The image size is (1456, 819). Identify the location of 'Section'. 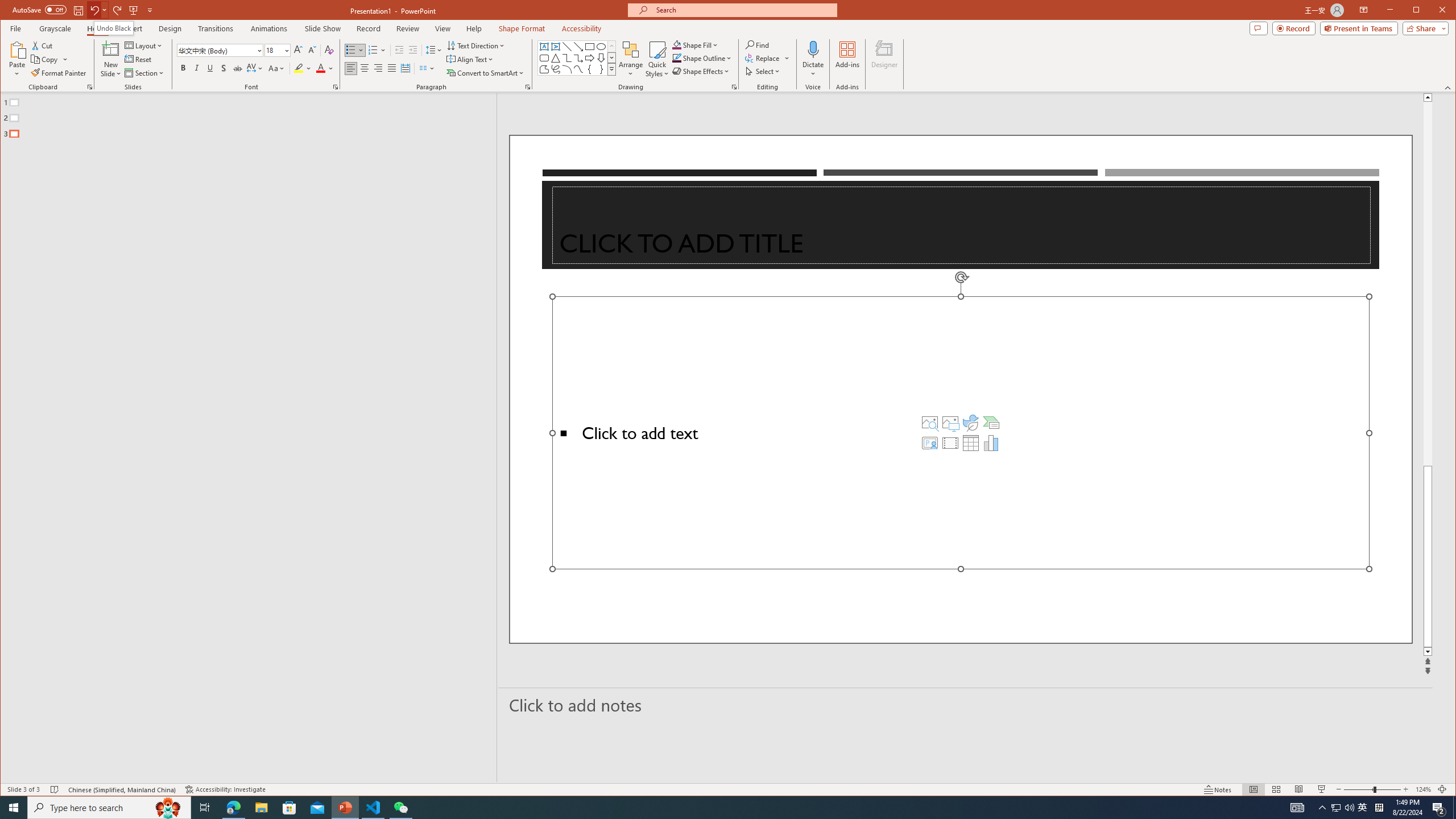
(144, 72).